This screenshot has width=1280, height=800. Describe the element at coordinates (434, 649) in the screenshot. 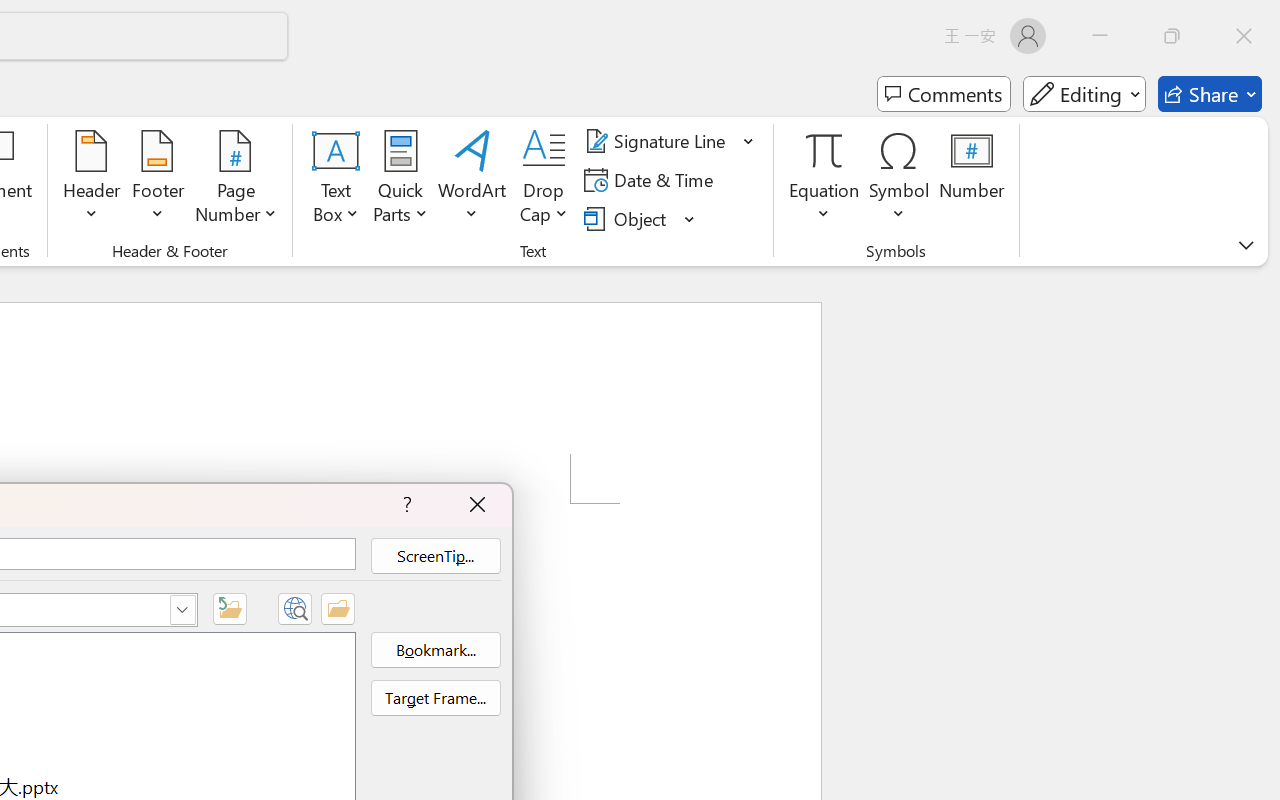

I see `'Bookmark...'` at that location.